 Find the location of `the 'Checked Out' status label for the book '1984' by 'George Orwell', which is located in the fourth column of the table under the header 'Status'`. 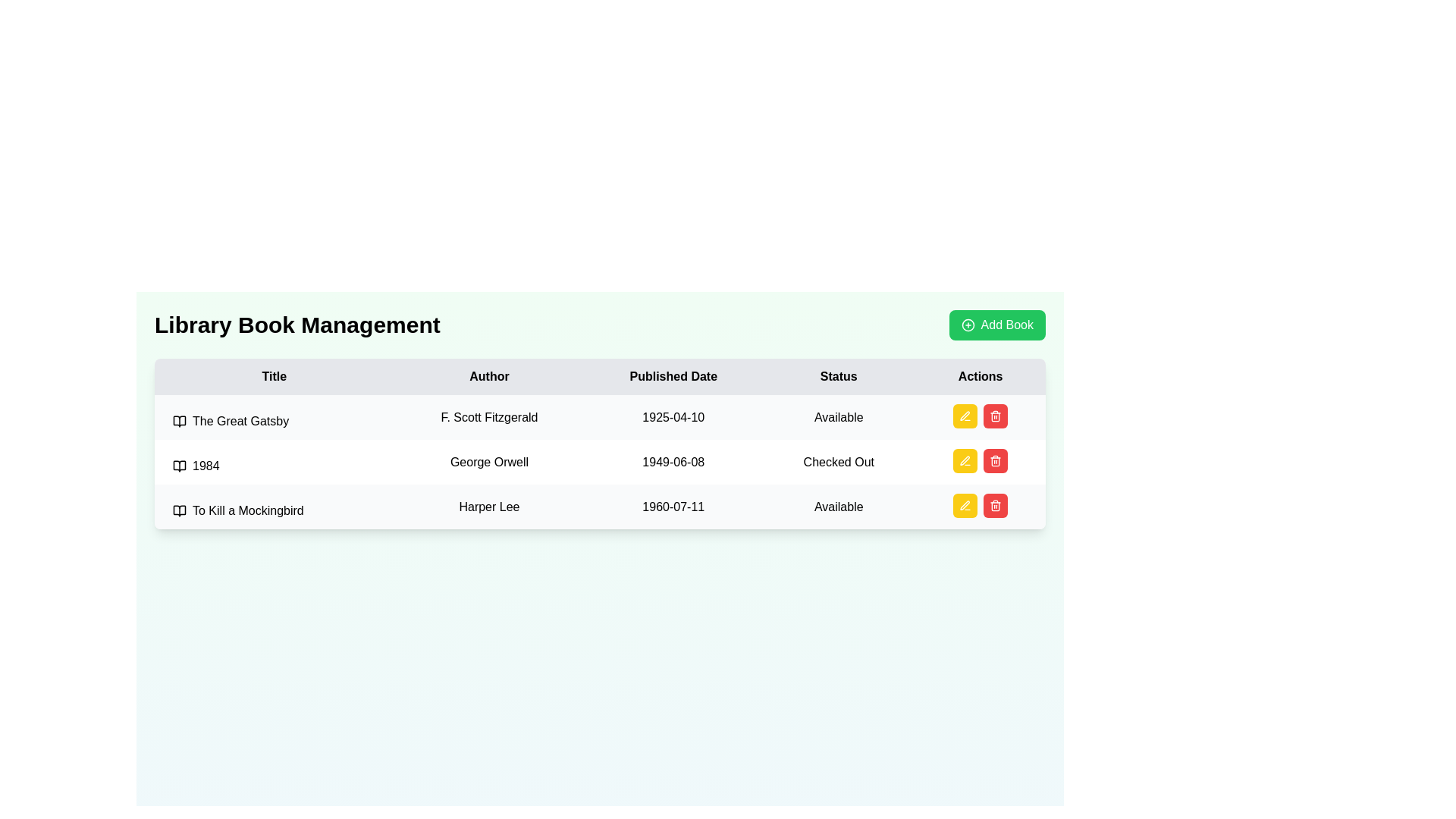

the 'Checked Out' status label for the book '1984' by 'George Orwell', which is located in the fourth column of the table under the header 'Status' is located at coordinates (838, 461).